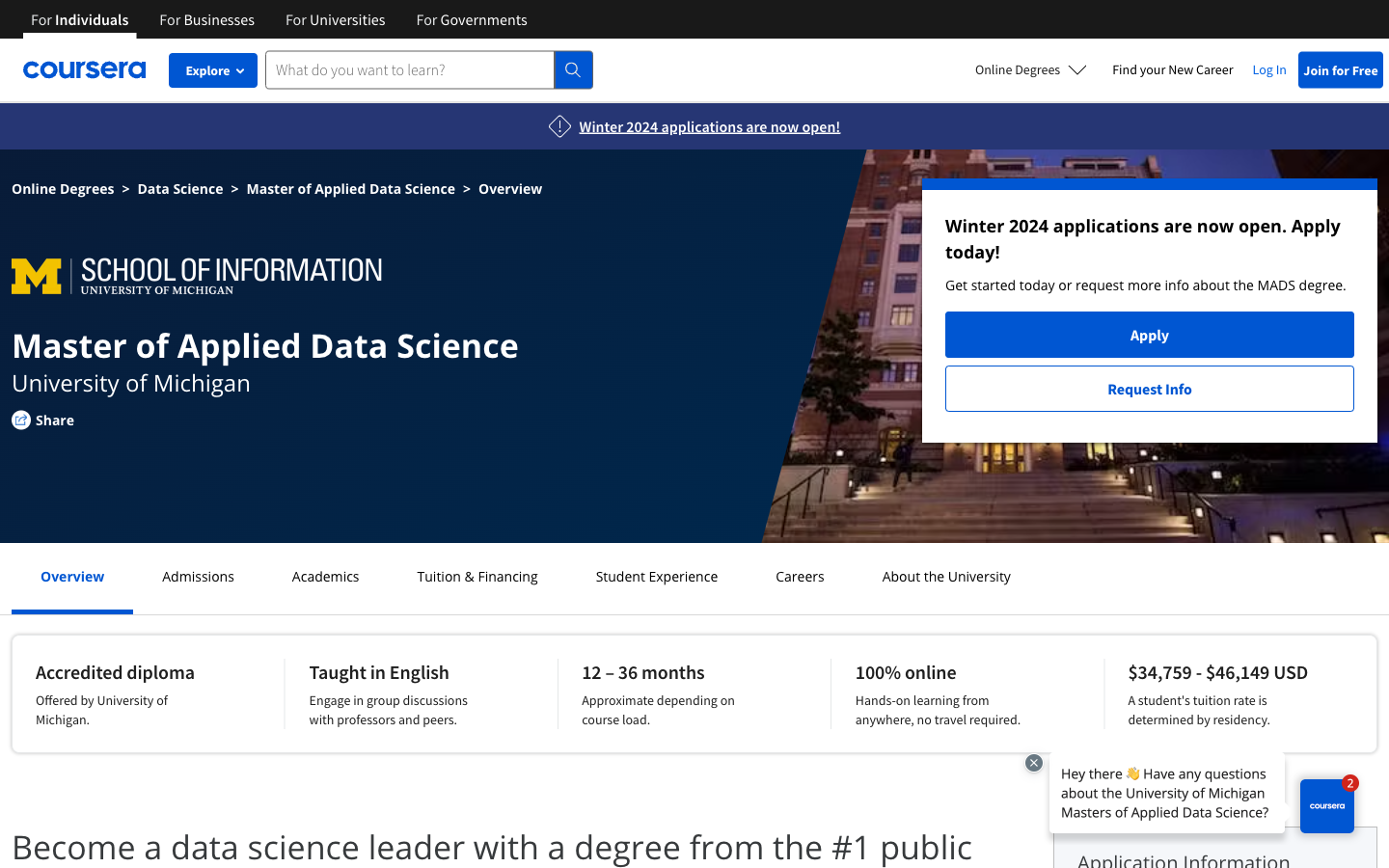 This screenshot has height=868, width=1389. I want to click on View the Application section for Winter 2024, so click(708, 126).